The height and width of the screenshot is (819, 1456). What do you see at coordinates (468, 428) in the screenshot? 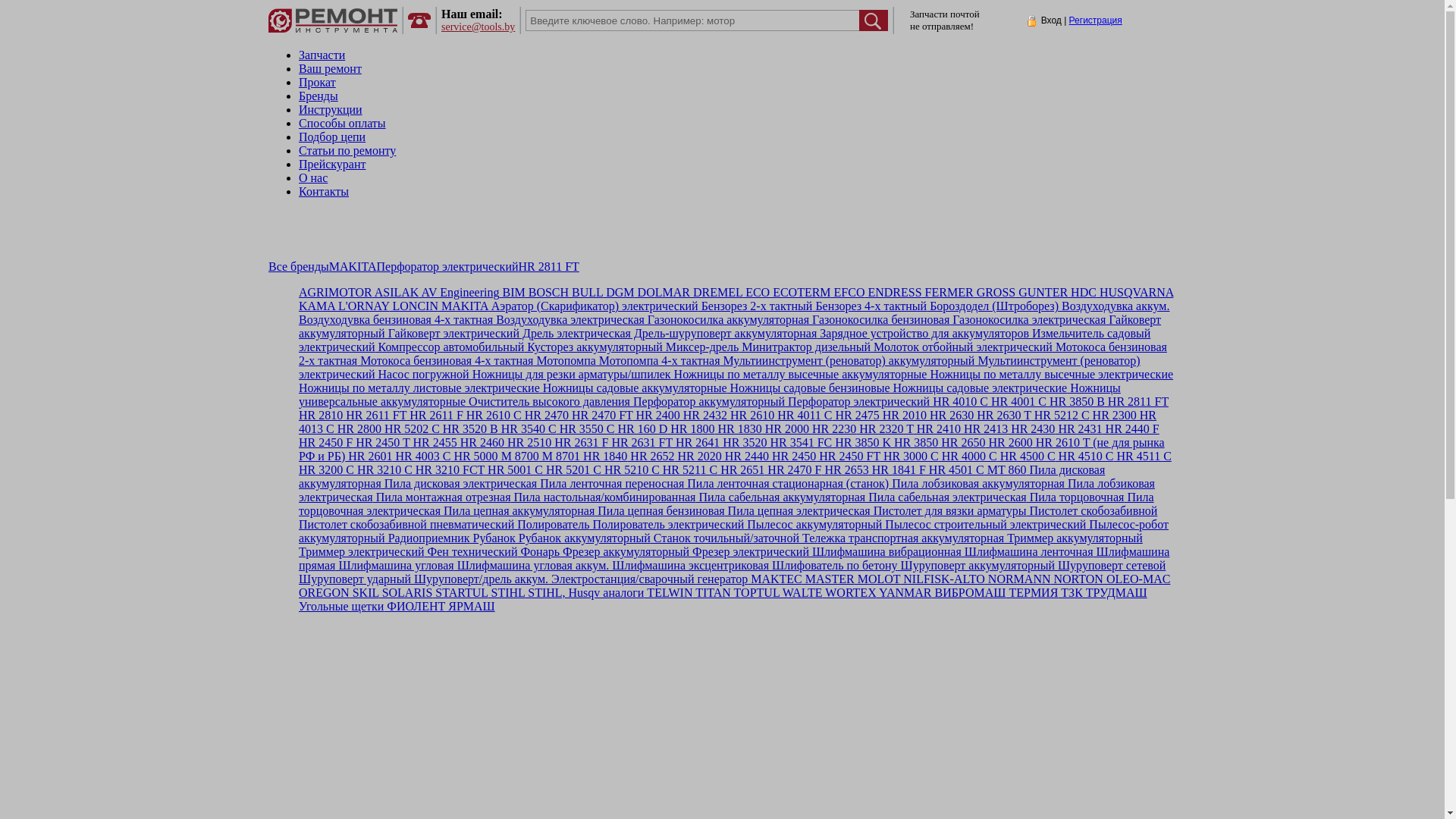
I see `'HR 3520 B'` at bounding box center [468, 428].